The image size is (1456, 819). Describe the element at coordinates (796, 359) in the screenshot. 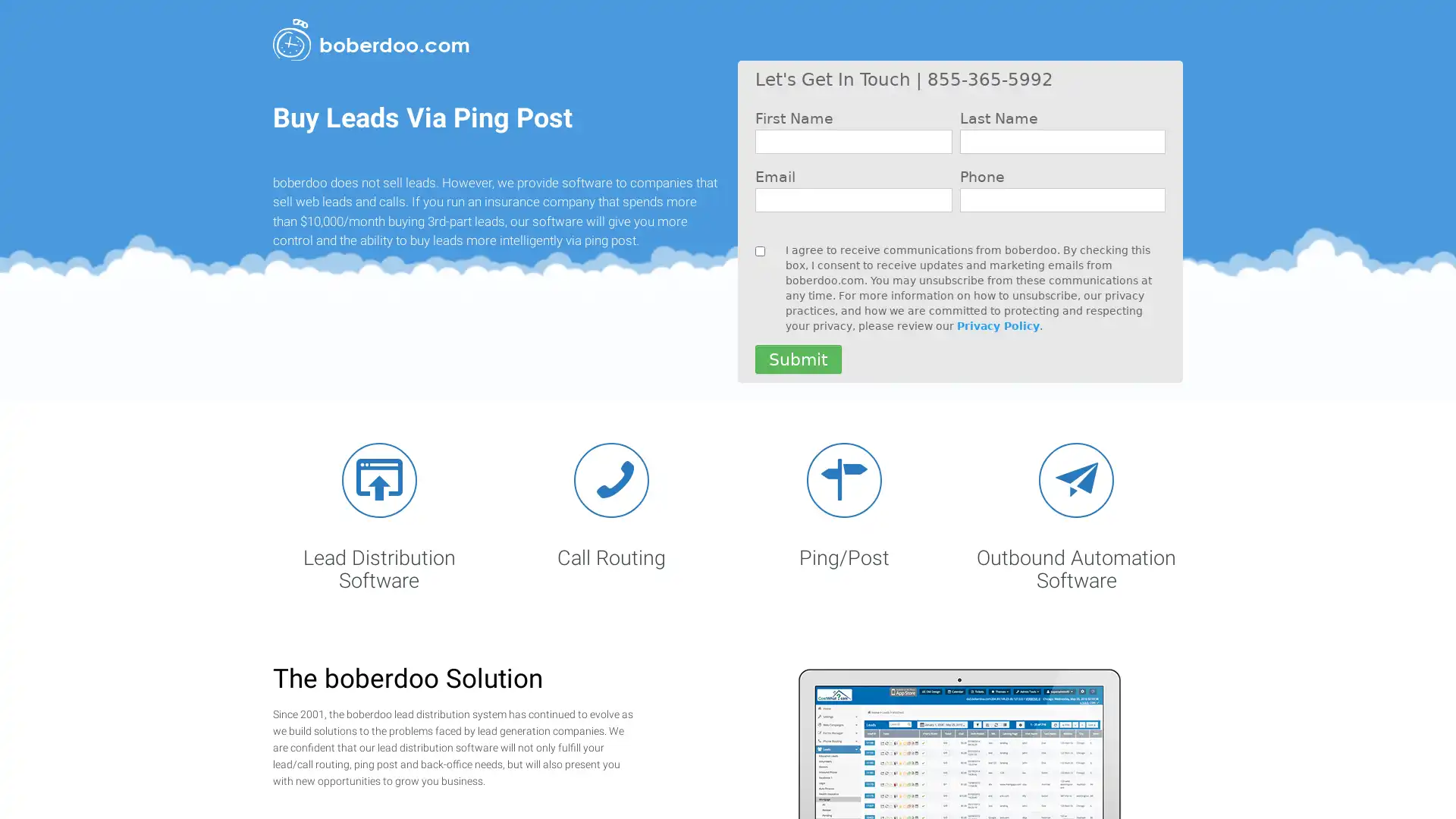

I see `Submit` at that location.